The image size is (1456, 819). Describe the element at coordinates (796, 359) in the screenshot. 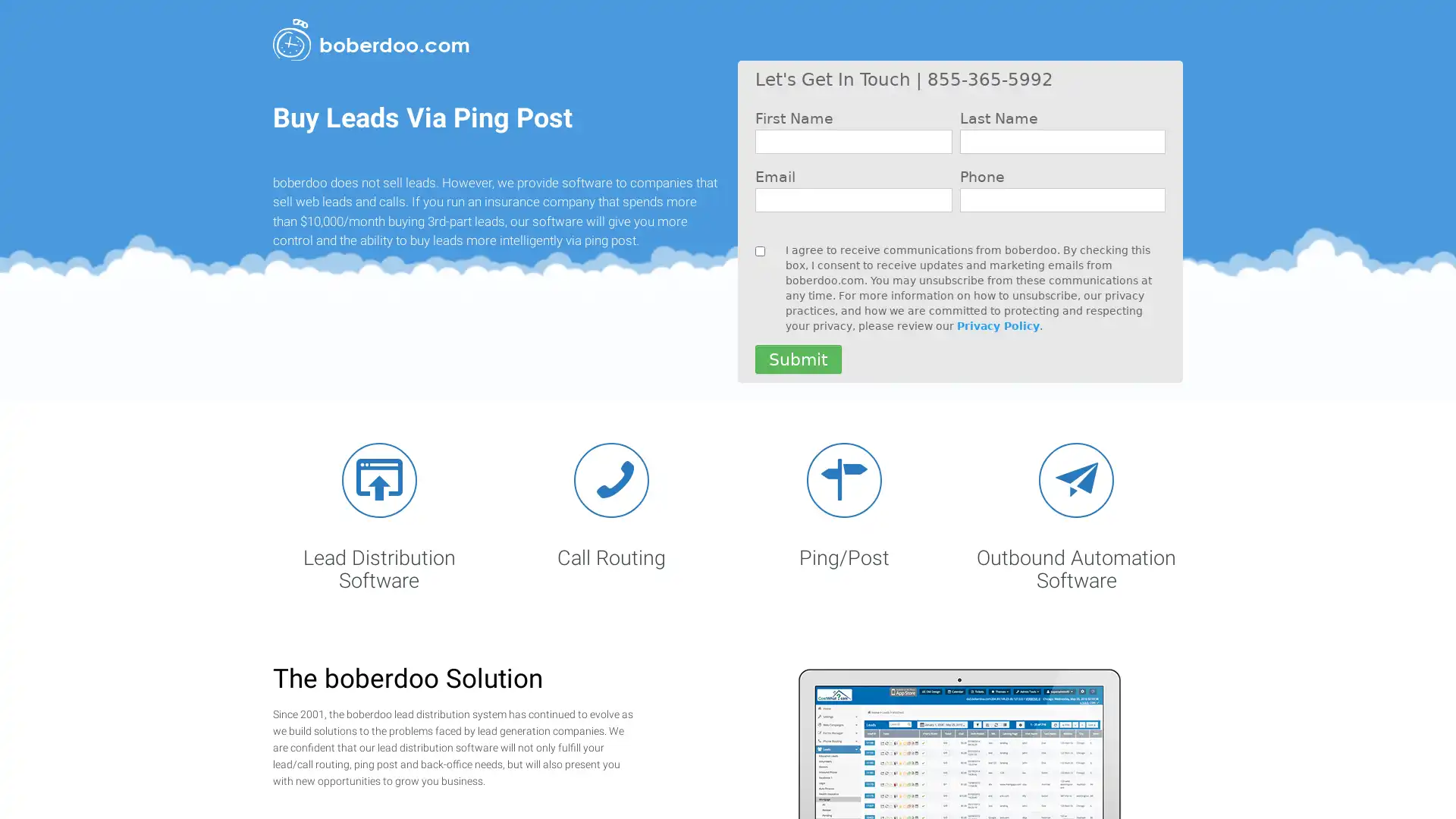

I see `Submit` at that location.